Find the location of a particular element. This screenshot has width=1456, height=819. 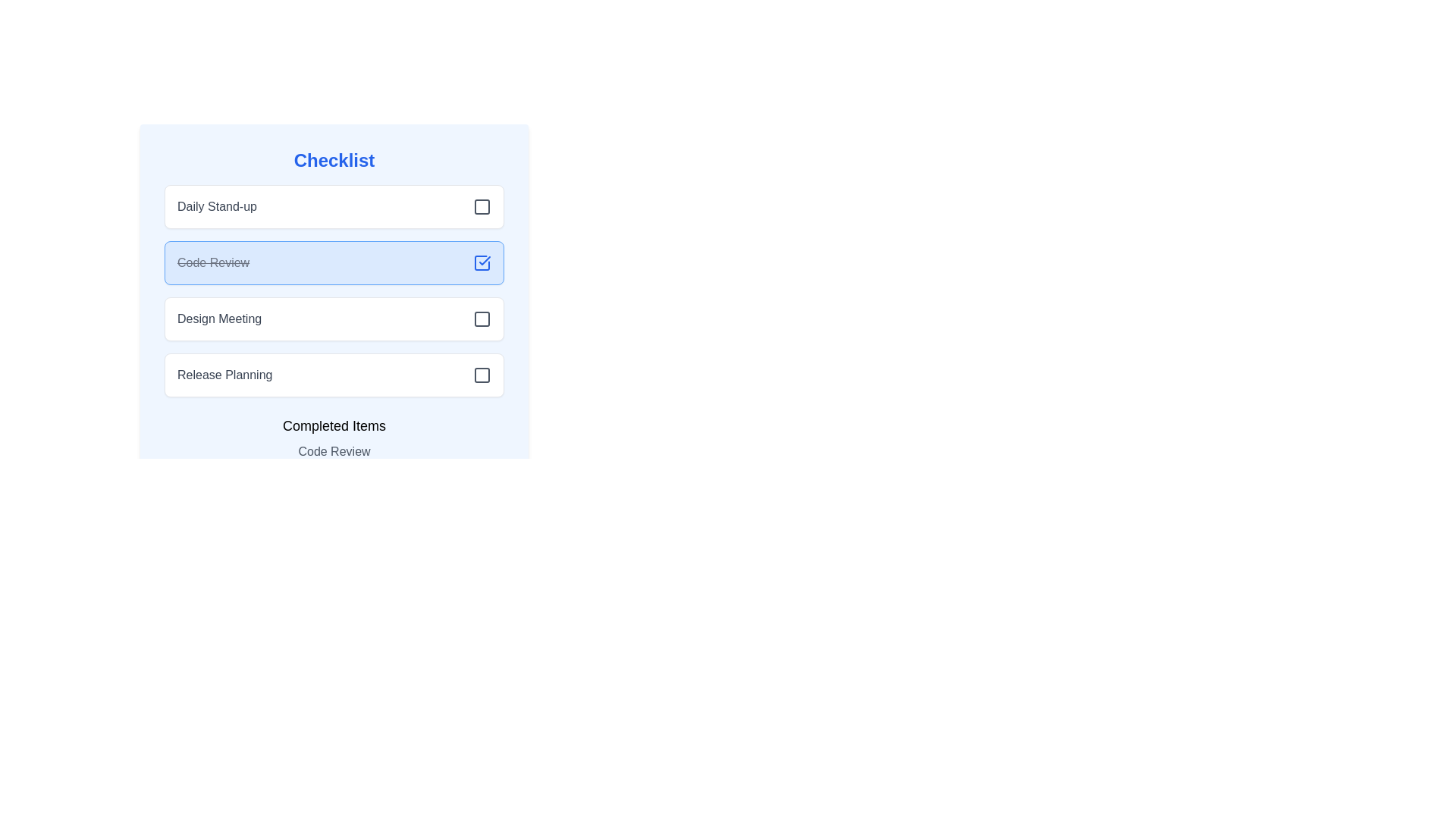

the 'Design Meeting' checkbox list item in the 'Checklist' panel is located at coordinates (334, 318).